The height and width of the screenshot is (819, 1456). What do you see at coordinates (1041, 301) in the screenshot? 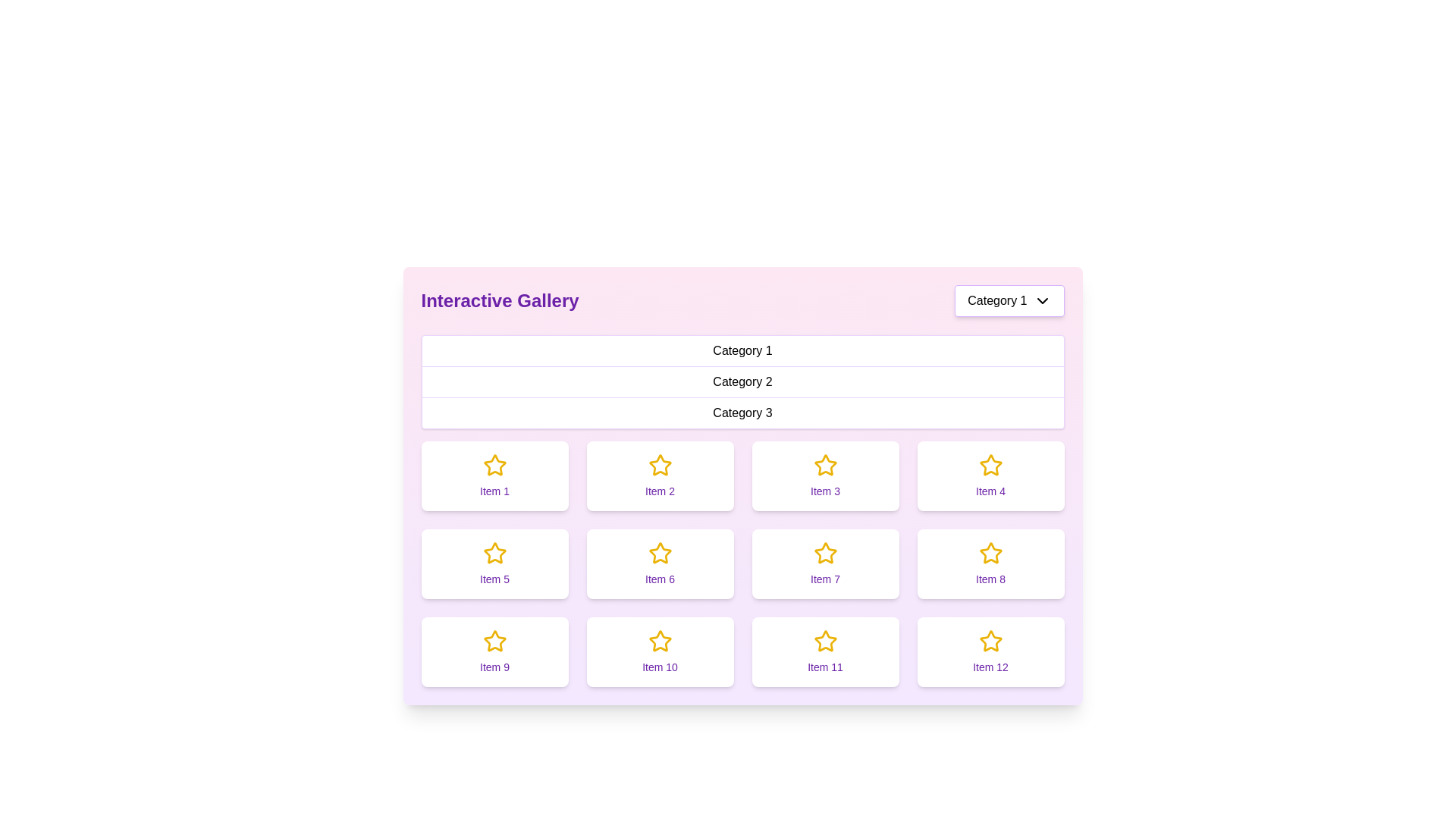
I see `the chevron icon of the 'Category 1' dropdown toggle` at bounding box center [1041, 301].